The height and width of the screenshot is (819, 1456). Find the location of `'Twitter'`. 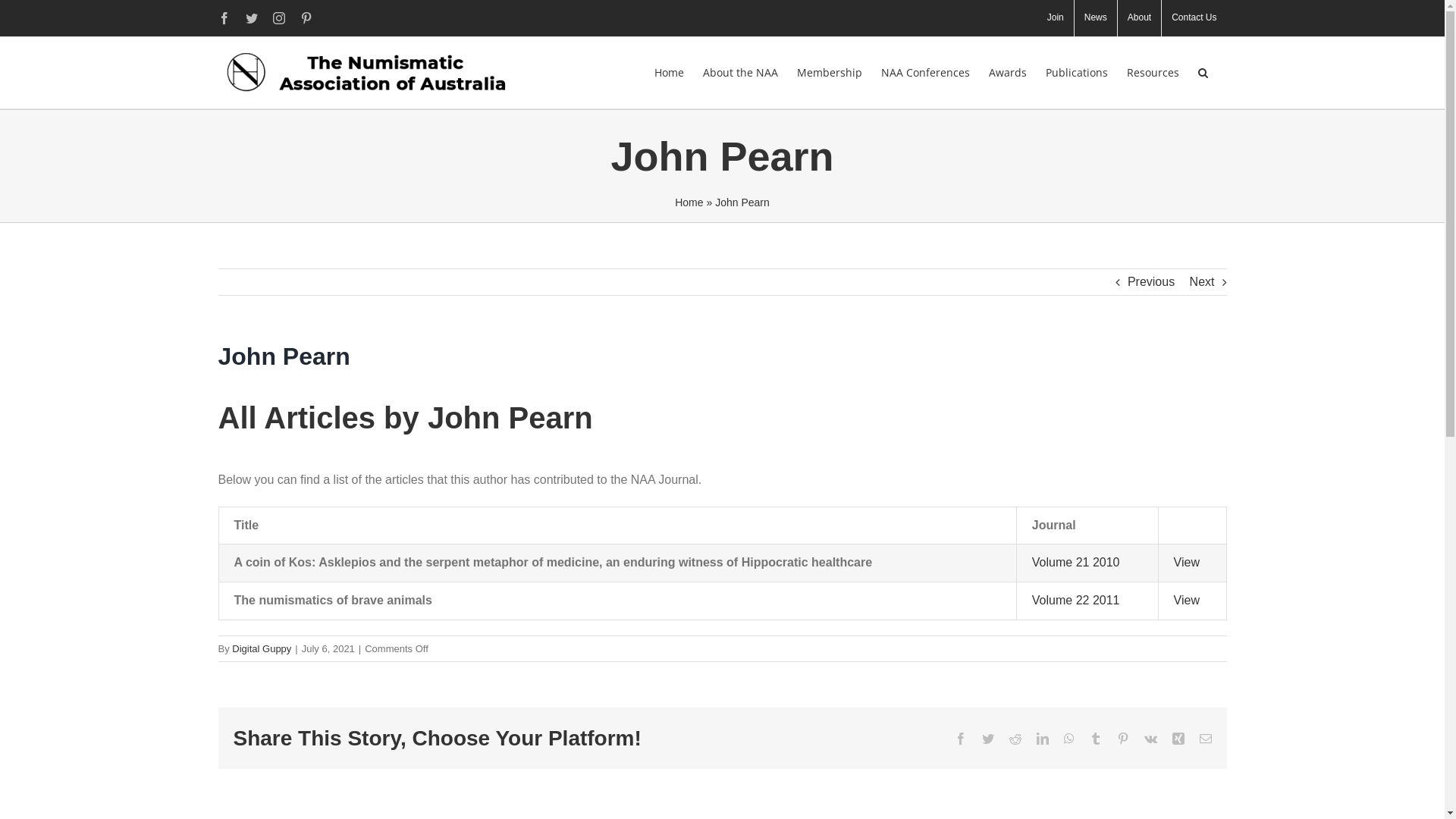

'Twitter' is located at coordinates (987, 738).